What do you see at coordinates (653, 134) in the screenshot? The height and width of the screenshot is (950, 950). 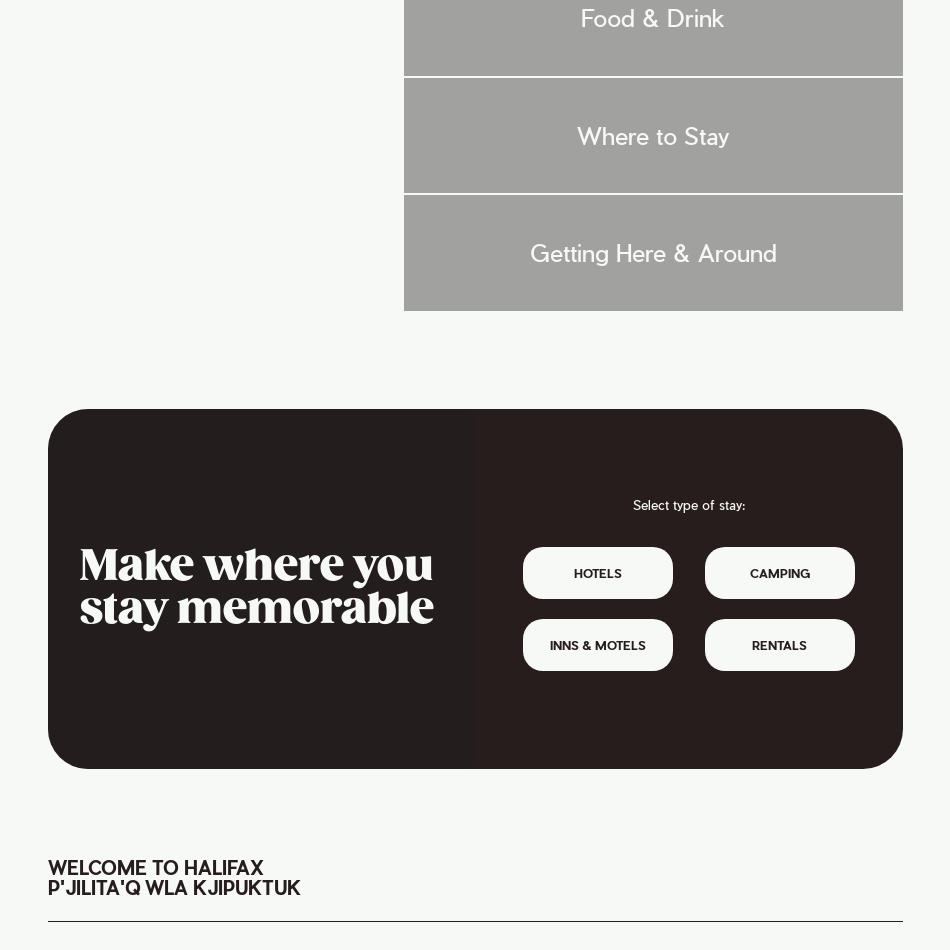 I see `'Where to Stay'` at bounding box center [653, 134].